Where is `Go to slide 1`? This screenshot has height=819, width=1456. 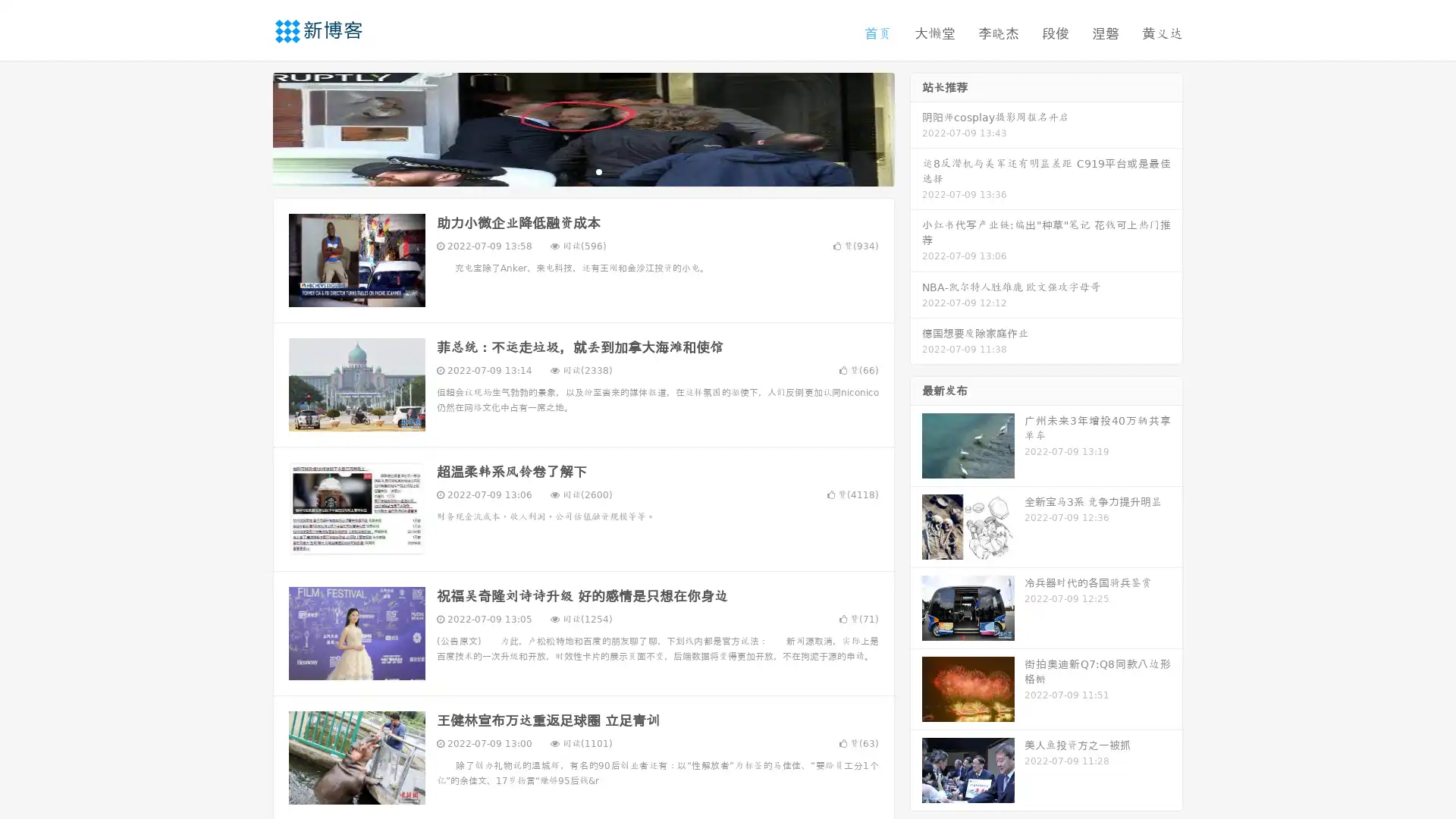
Go to slide 1 is located at coordinates (567, 171).